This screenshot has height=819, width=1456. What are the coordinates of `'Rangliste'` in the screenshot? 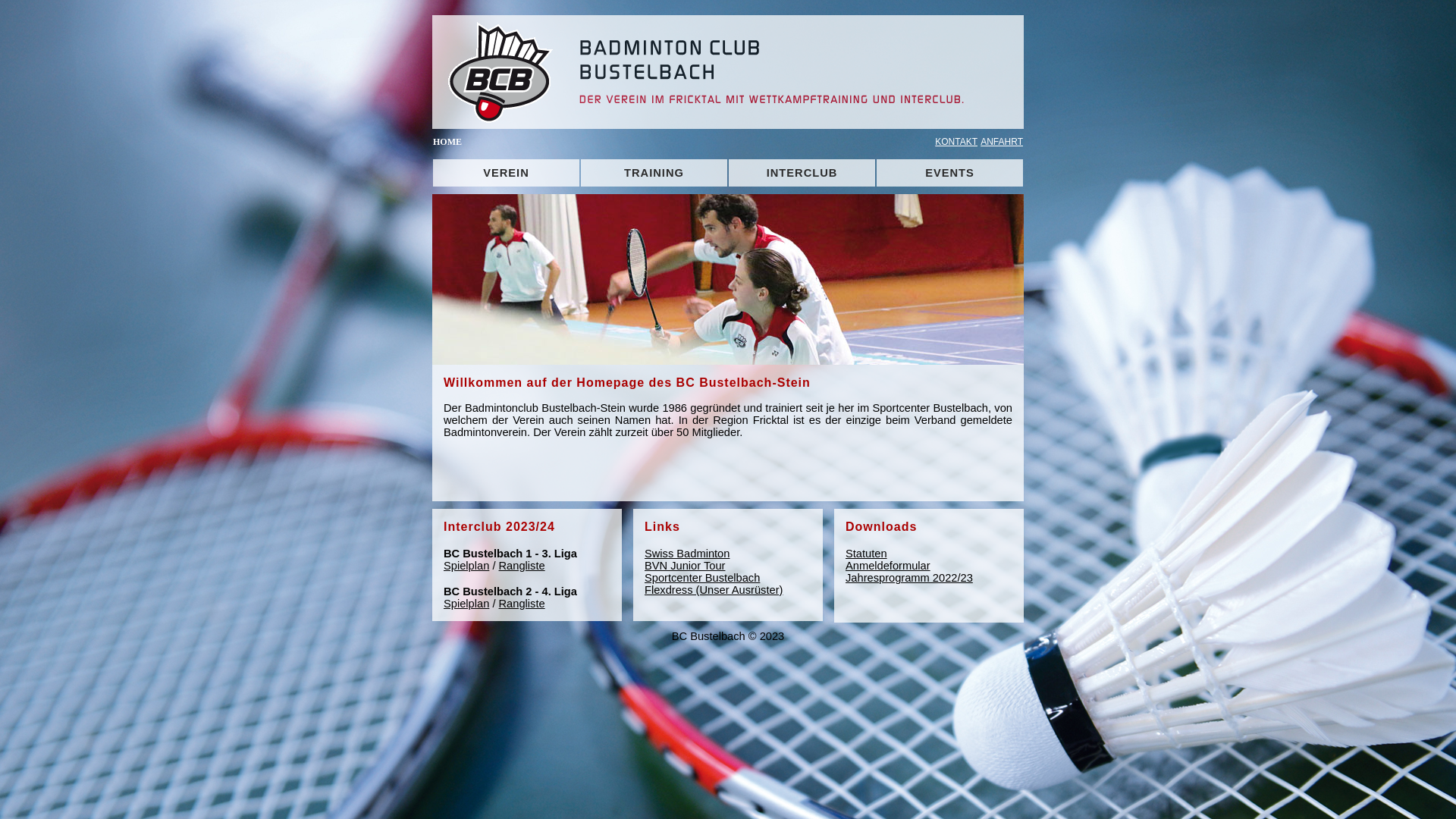 It's located at (522, 602).